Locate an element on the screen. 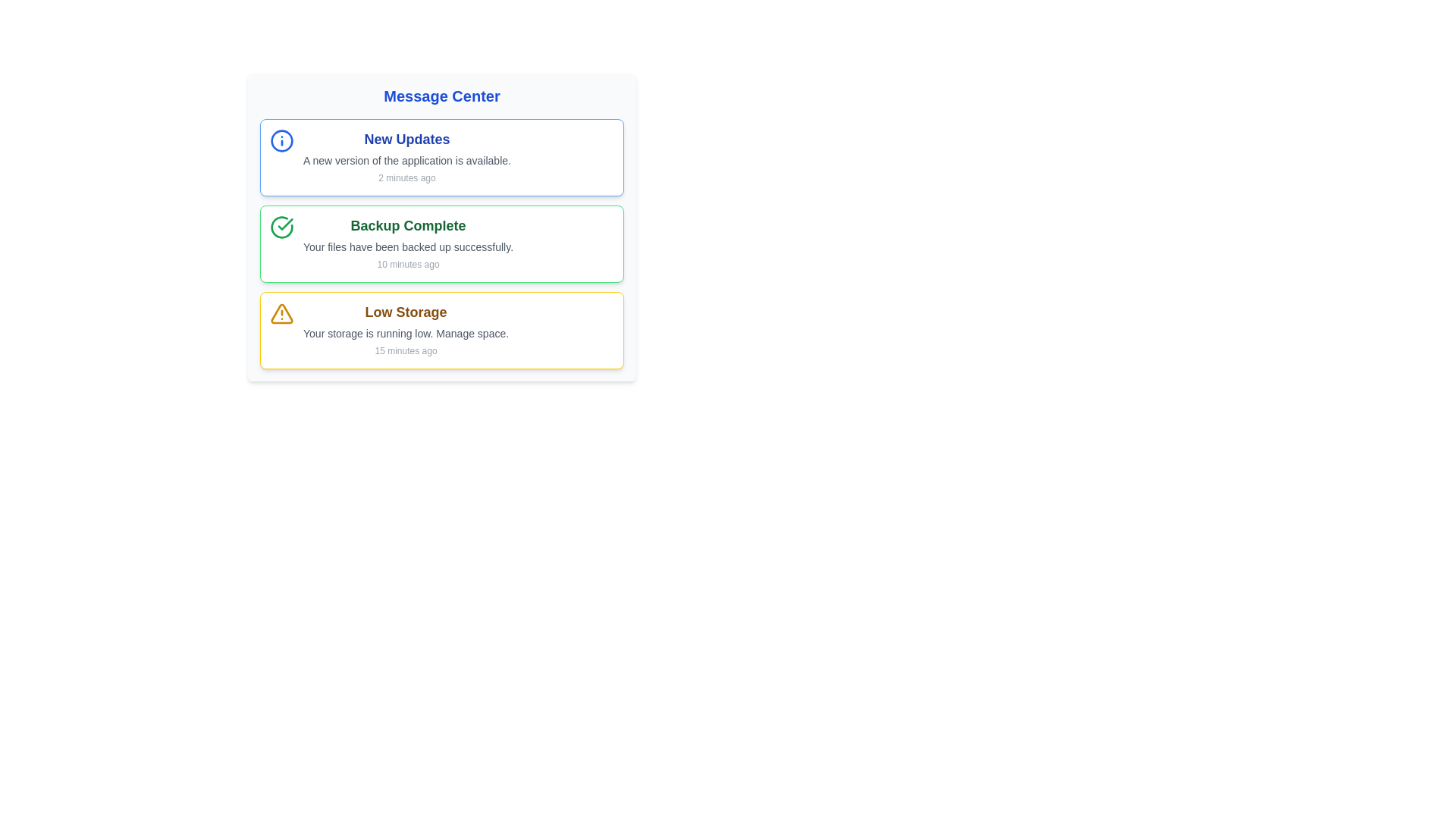 The height and width of the screenshot is (819, 1456). the timestamp text indicating when the 'Low Storage' notification was created or last updated, located at the bottom of the third notification box in the 'Message Center' is located at coordinates (406, 350).